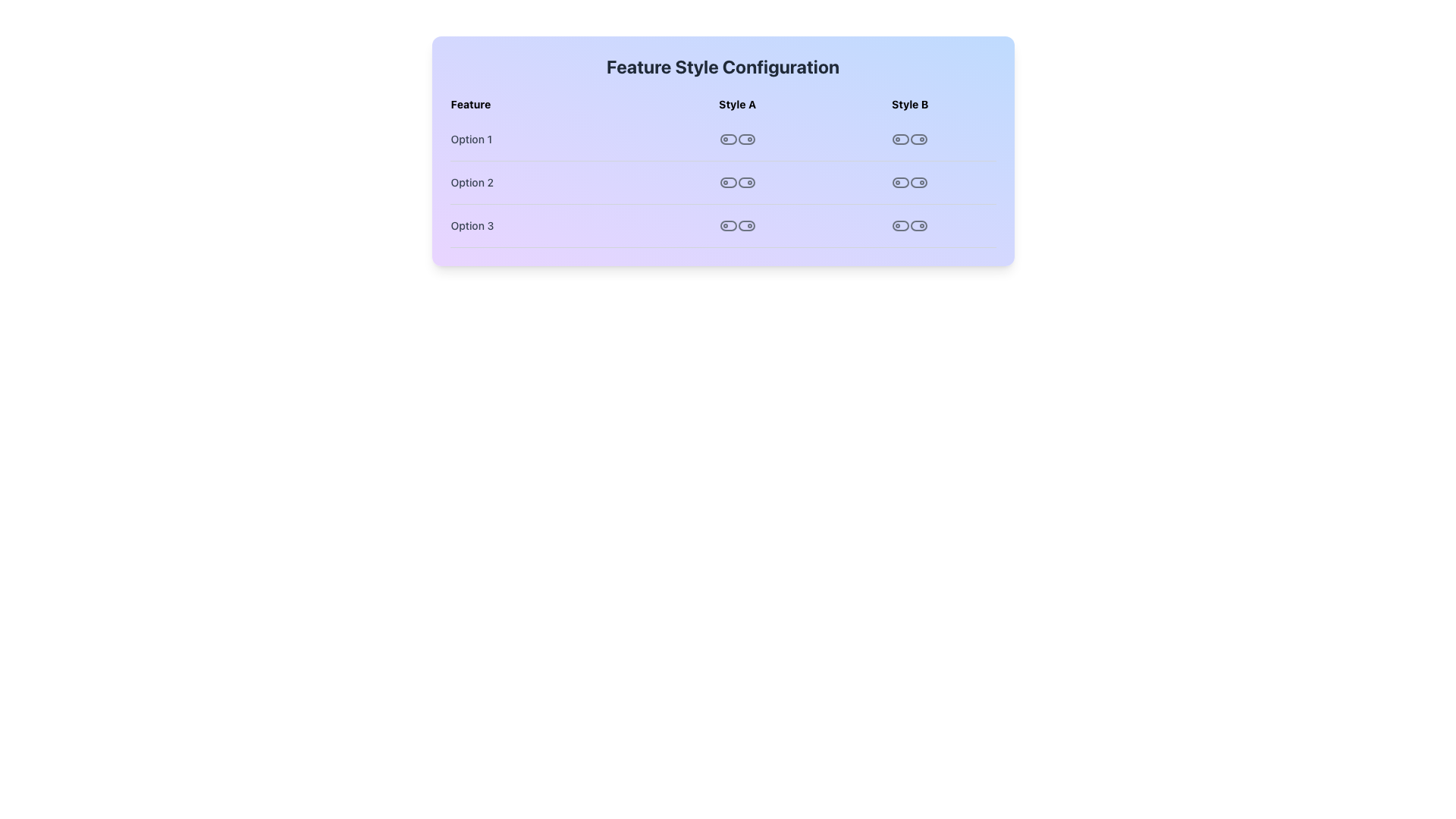 The width and height of the screenshot is (1456, 819). Describe the element at coordinates (549, 104) in the screenshot. I see `the header label indicating the feature section in the configuration table` at that location.